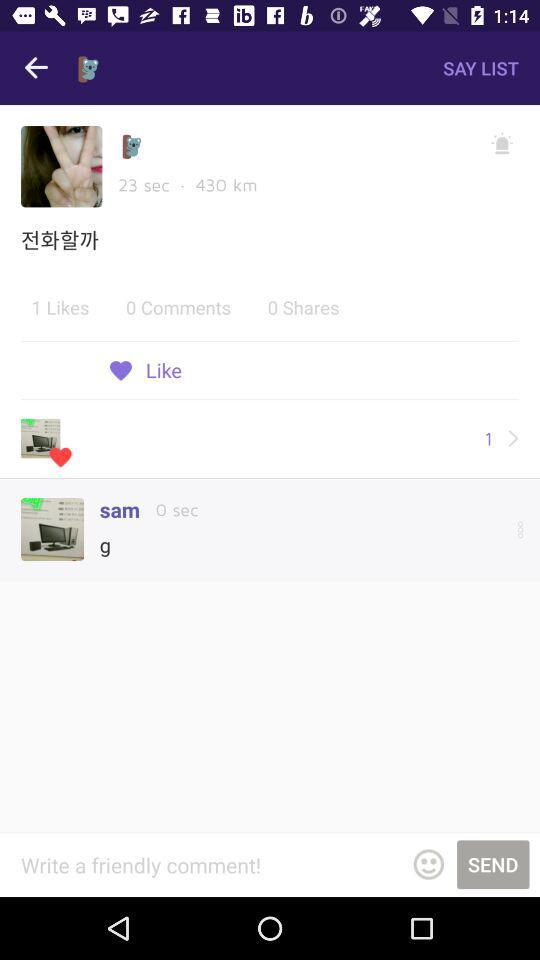  Describe the element at coordinates (36, 68) in the screenshot. I see `the arrow_backward icon` at that location.